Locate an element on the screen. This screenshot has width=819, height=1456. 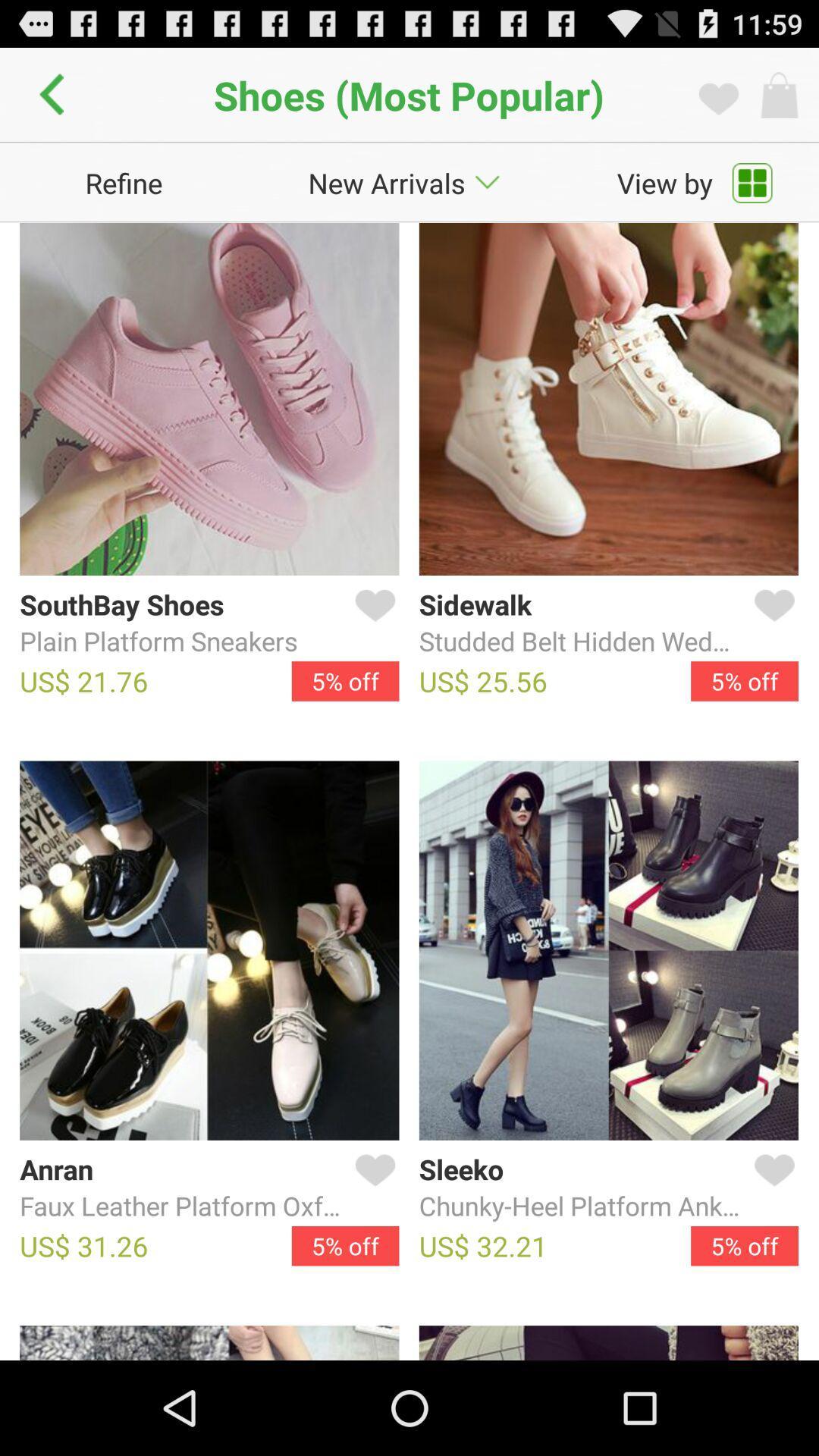
like a product is located at coordinates (372, 1188).